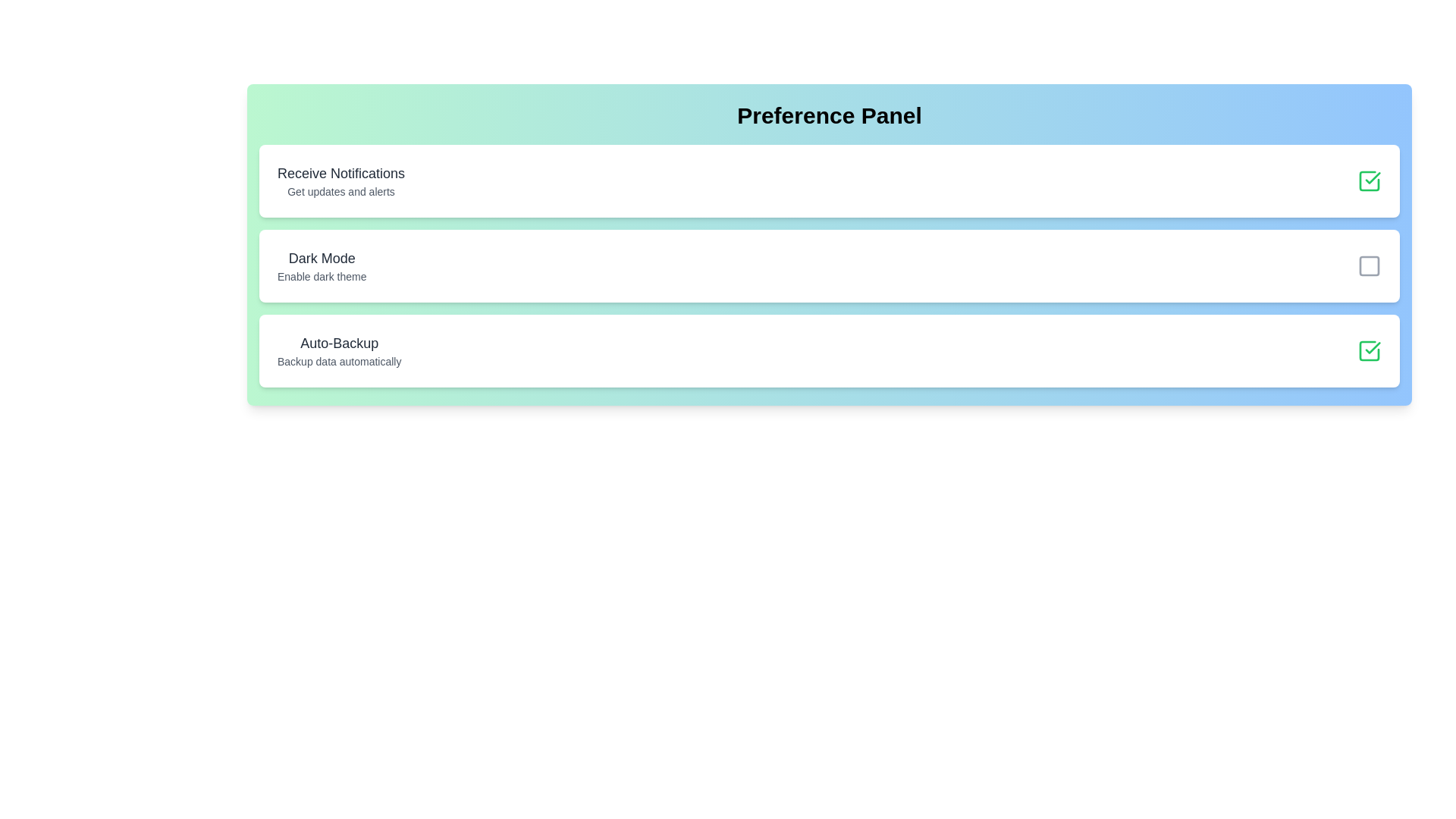 The height and width of the screenshot is (819, 1456). What do you see at coordinates (338, 350) in the screenshot?
I see `the text block containing the heading 'Auto-Backup' and subheading 'Backup data automatically', which is positioned inside the third white, rounded rectangle card in a vertical list` at bounding box center [338, 350].